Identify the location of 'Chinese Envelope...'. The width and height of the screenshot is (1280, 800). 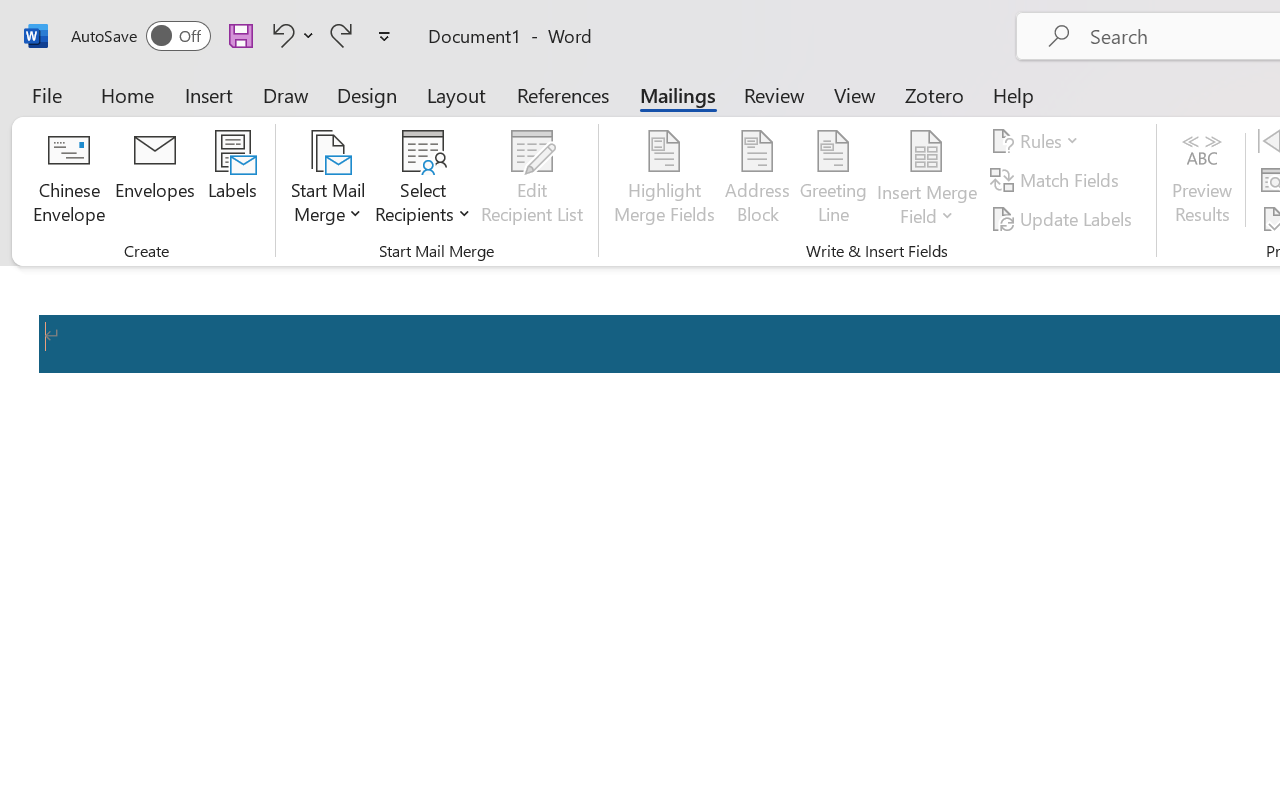
(69, 179).